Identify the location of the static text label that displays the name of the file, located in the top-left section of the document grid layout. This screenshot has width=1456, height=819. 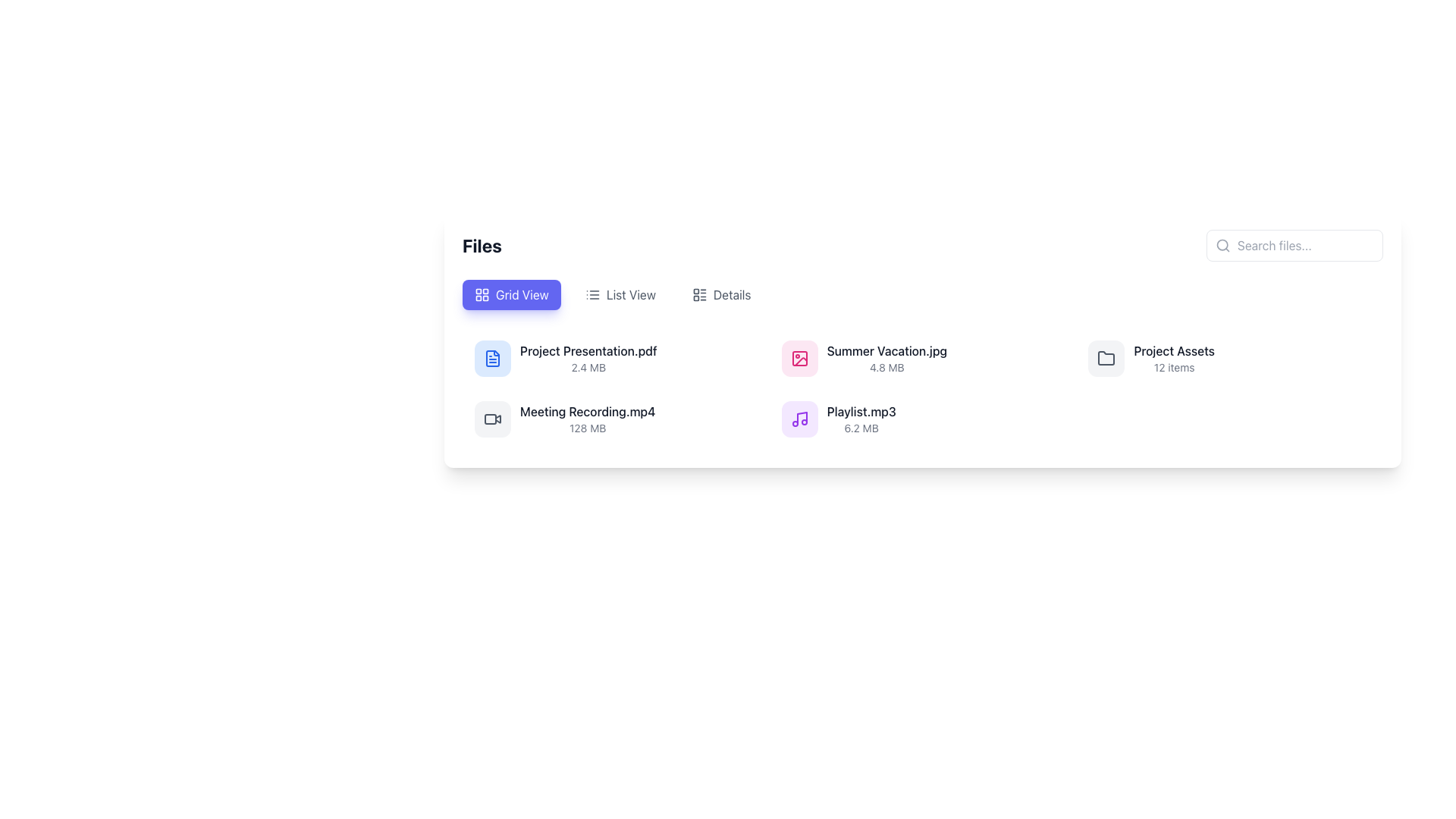
(588, 350).